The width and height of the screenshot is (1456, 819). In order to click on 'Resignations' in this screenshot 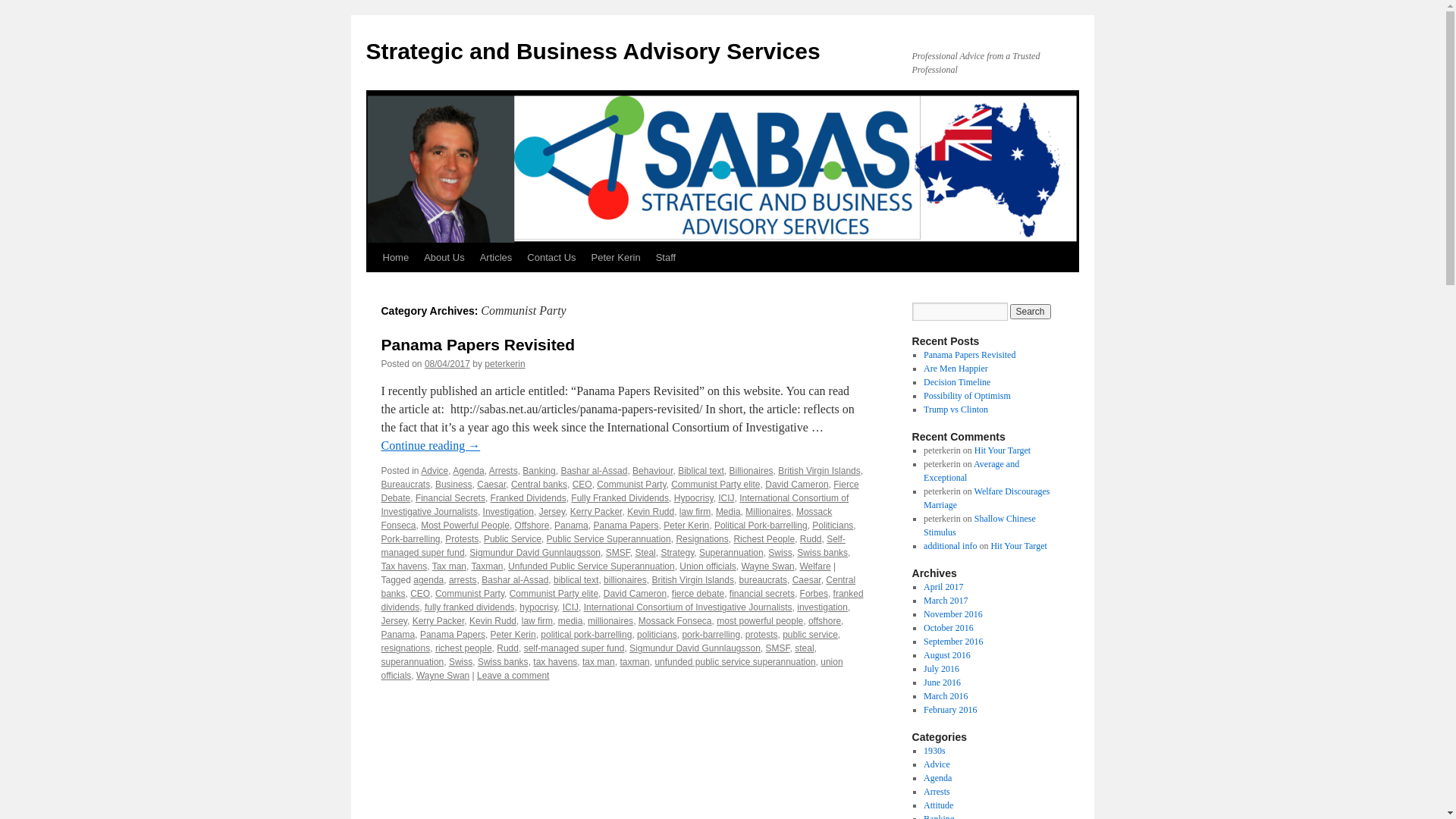, I will do `click(701, 538)`.